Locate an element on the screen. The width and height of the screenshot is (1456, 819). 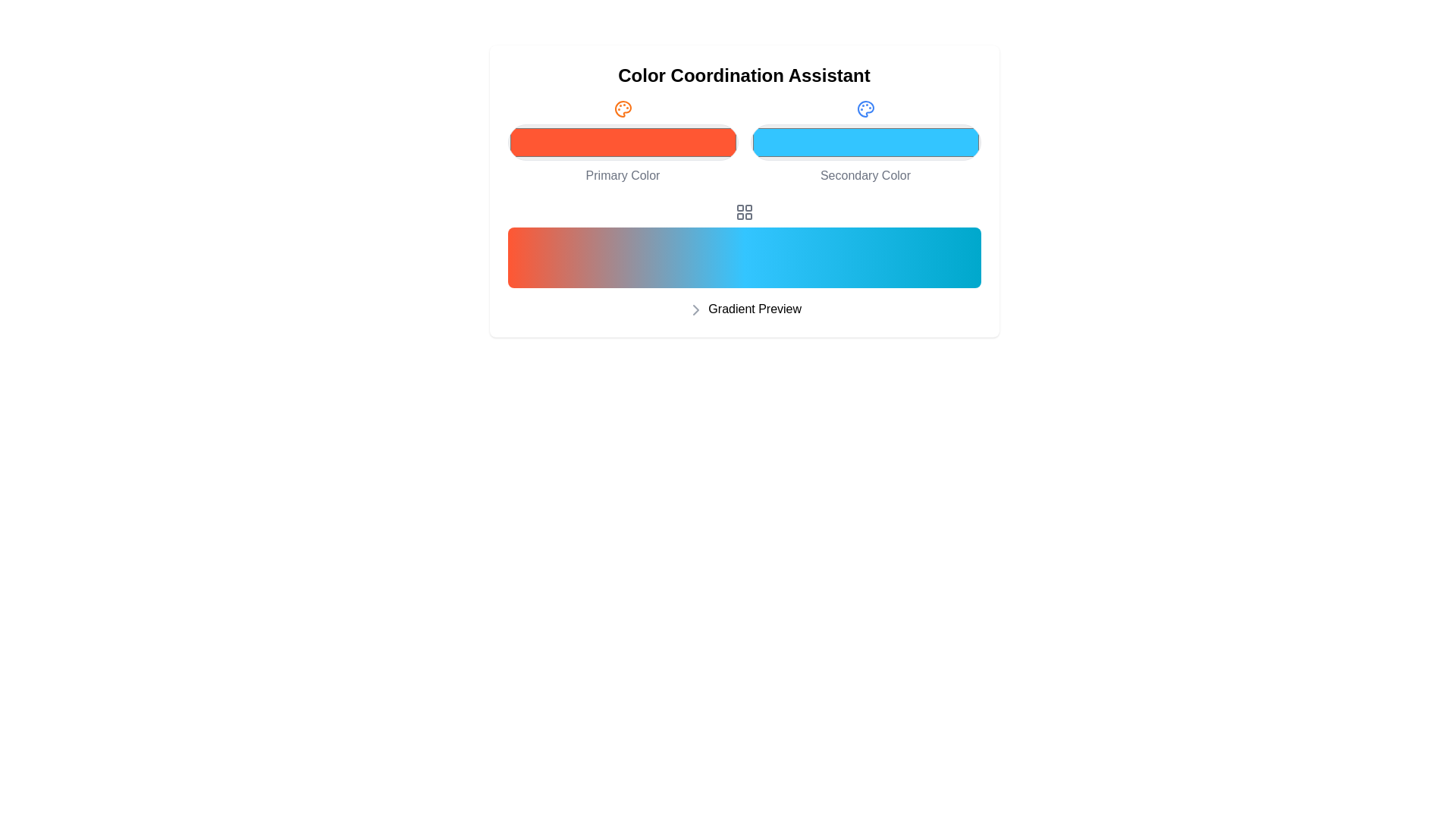
small blue color palette icon located above the 'Secondary Color' label in the user interface is located at coordinates (865, 108).